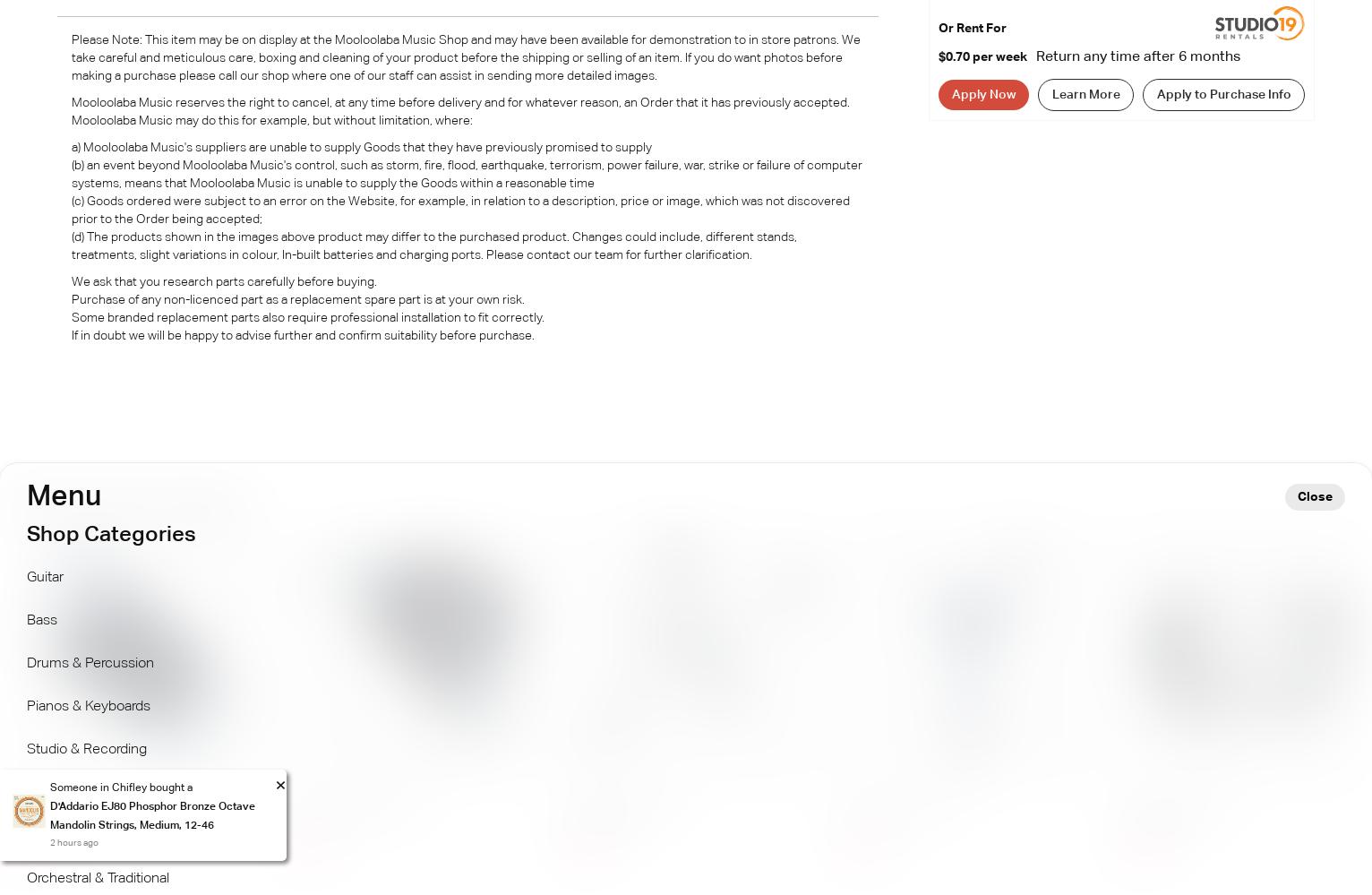 The width and height of the screenshot is (1372, 895). What do you see at coordinates (8, 502) in the screenshot?
I see `'More from this category'` at bounding box center [8, 502].